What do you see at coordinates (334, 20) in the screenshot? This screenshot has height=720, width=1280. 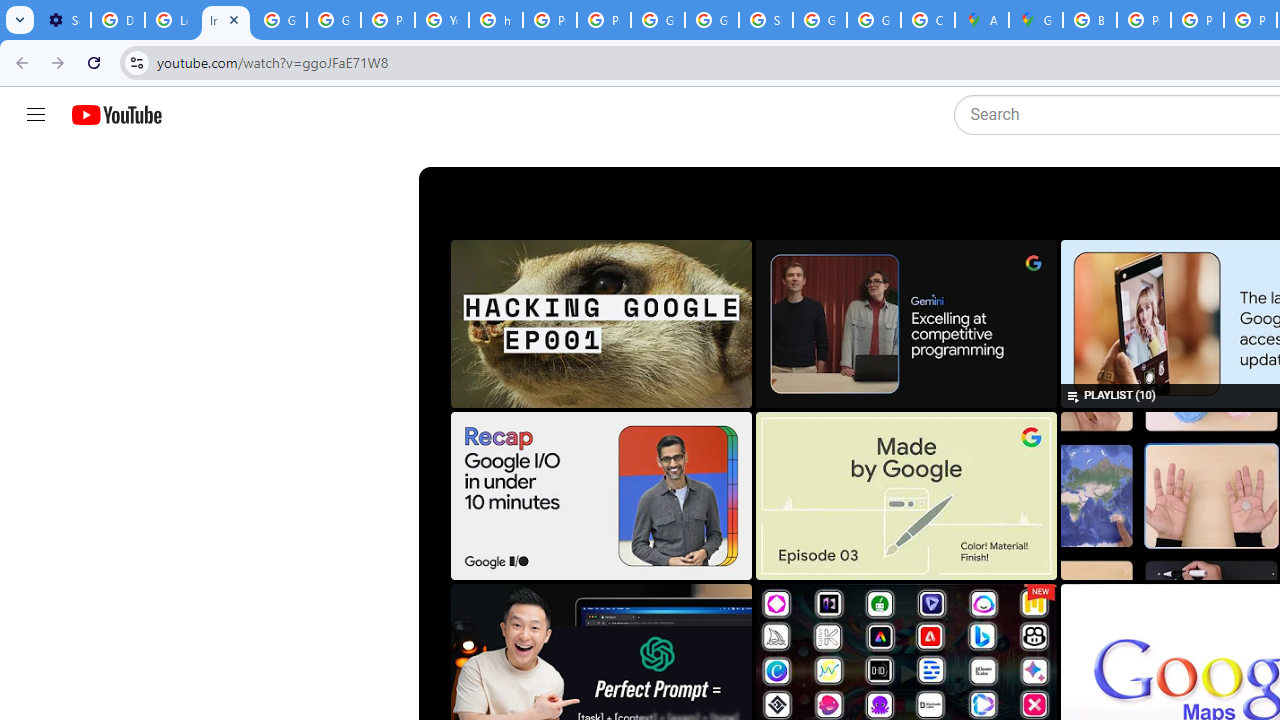 I see `'Google Account Help'` at bounding box center [334, 20].